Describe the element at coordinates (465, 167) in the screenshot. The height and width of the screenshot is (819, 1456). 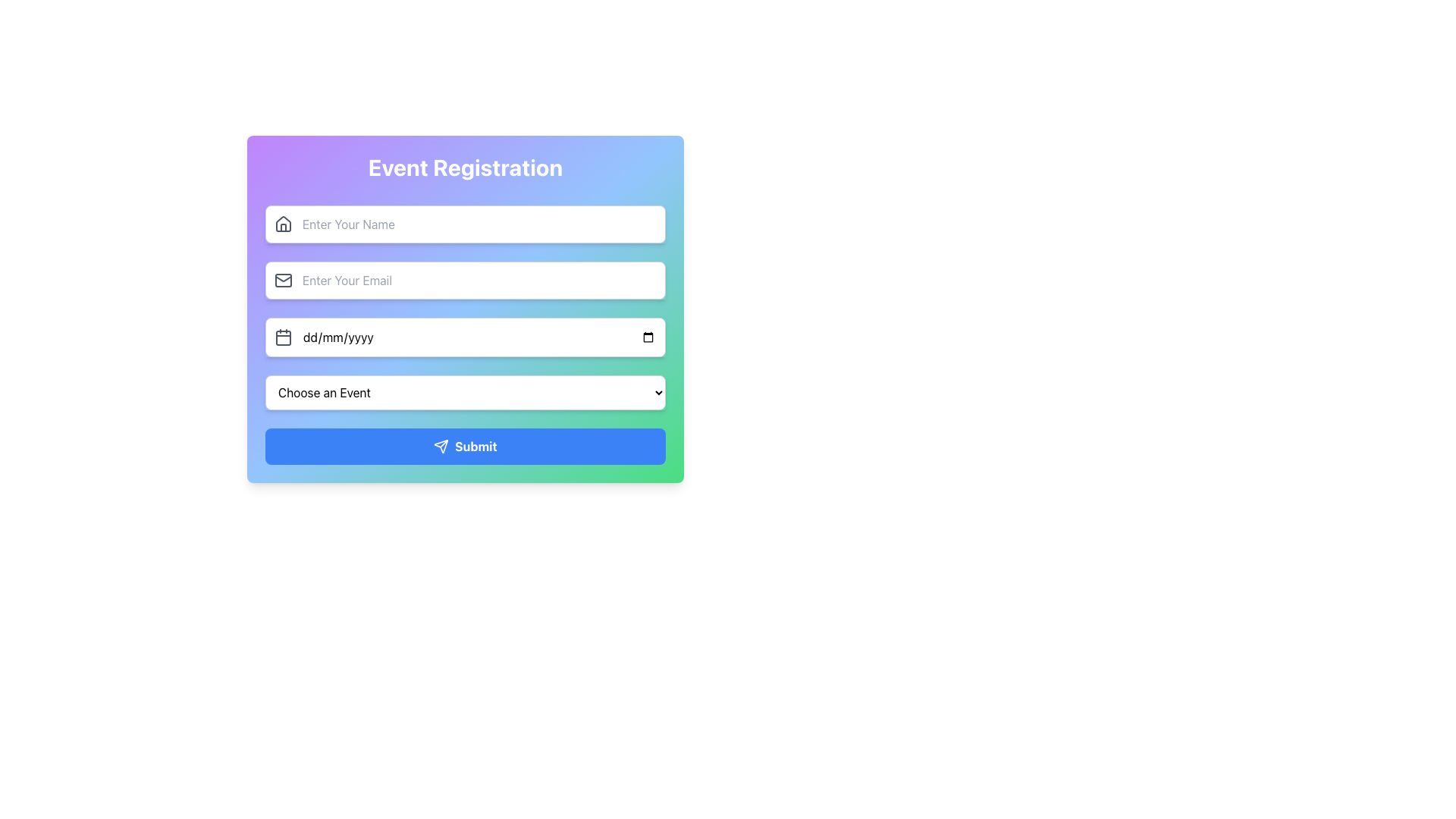
I see `the prominent header text label reading 'Event Registration', which is styled in bold, white text and centrally aligned within a colorful gradient background` at that location.